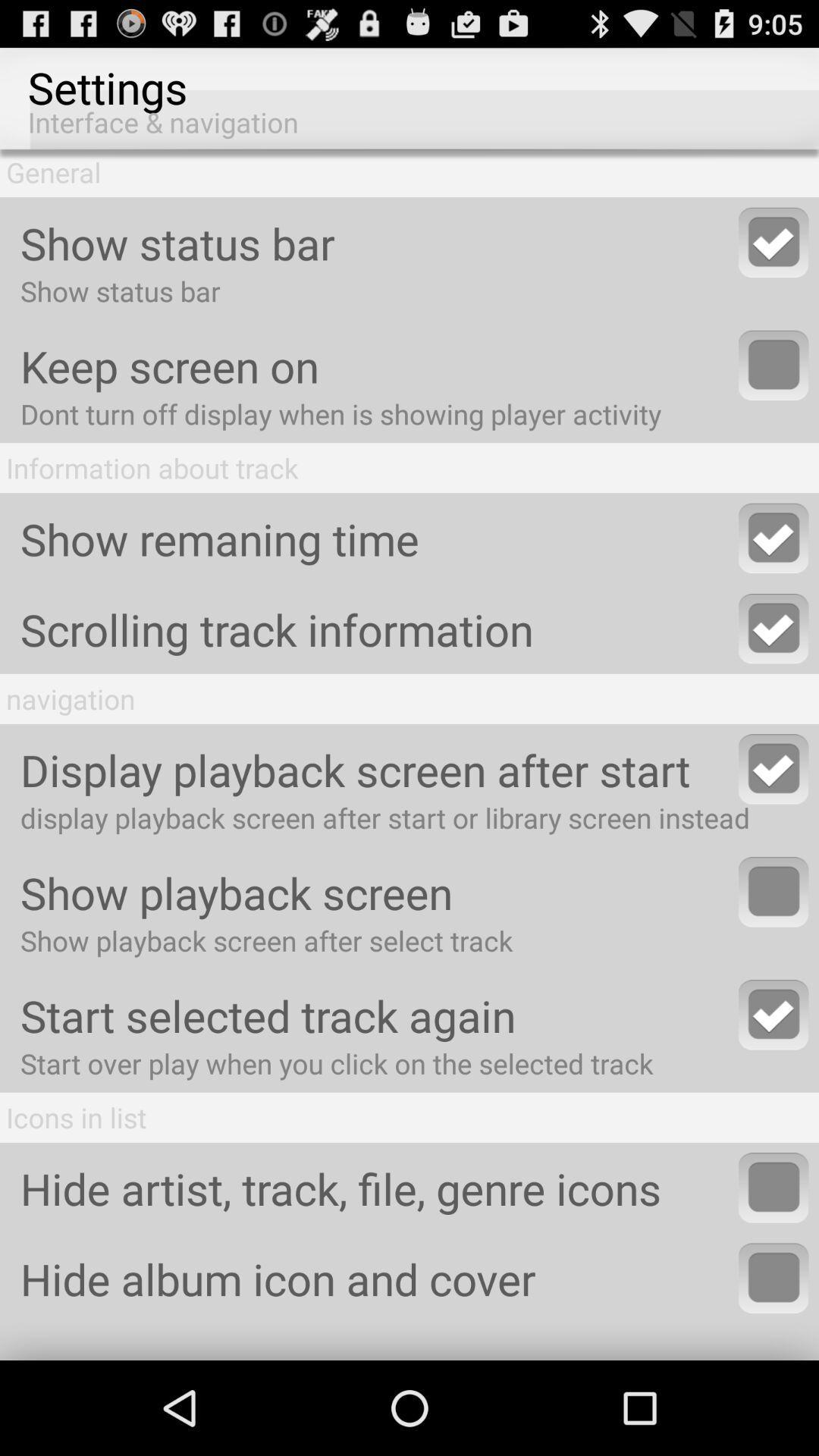 The width and height of the screenshot is (819, 1456). What do you see at coordinates (773, 241) in the screenshot?
I see `deselect option` at bounding box center [773, 241].